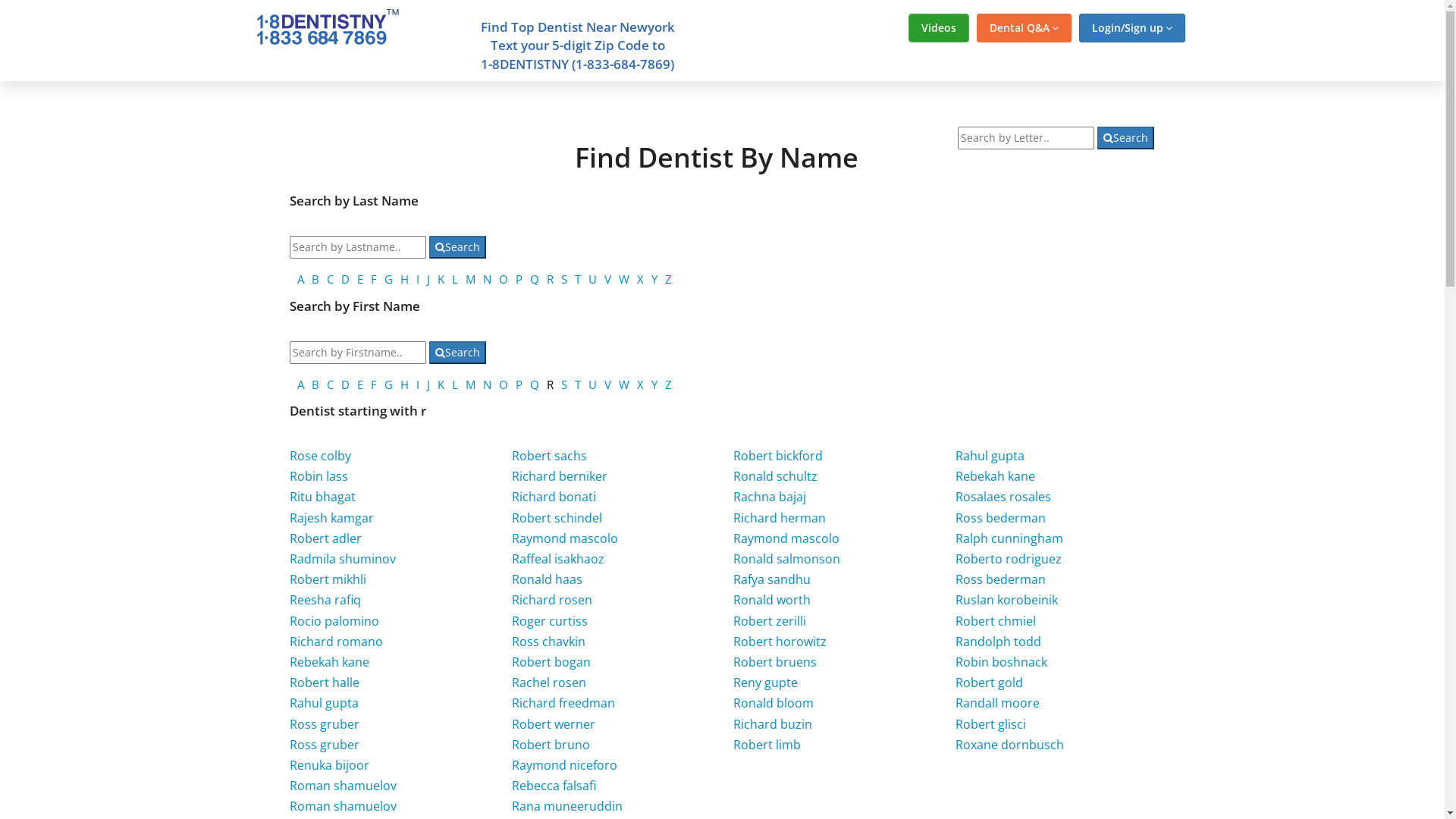 This screenshot has width=1456, height=819. I want to click on 'Robert schindel', so click(556, 516).